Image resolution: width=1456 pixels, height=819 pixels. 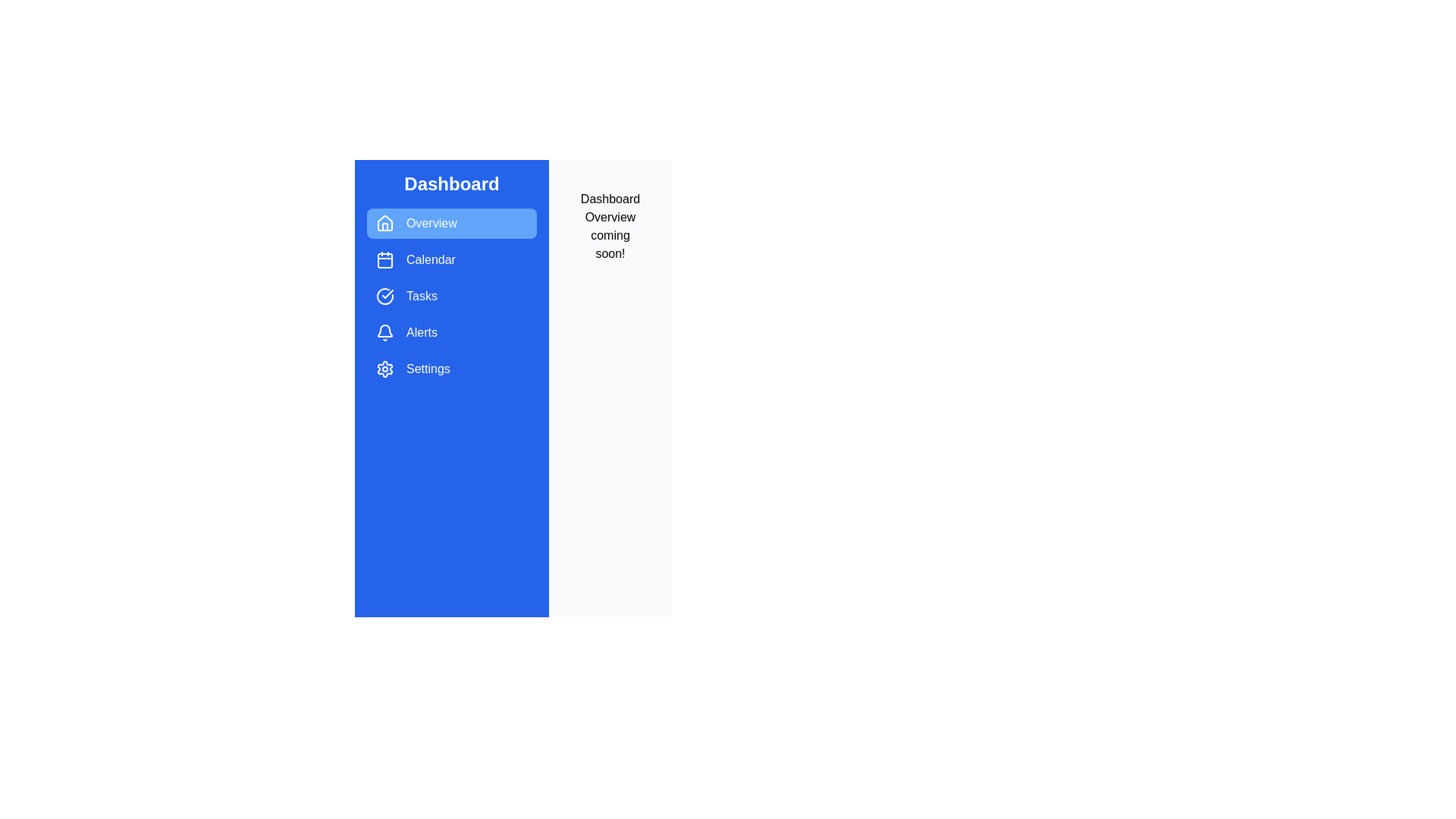 What do you see at coordinates (450, 259) in the screenshot?
I see `the 'Calendar' button` at bounding box center [450, 259].